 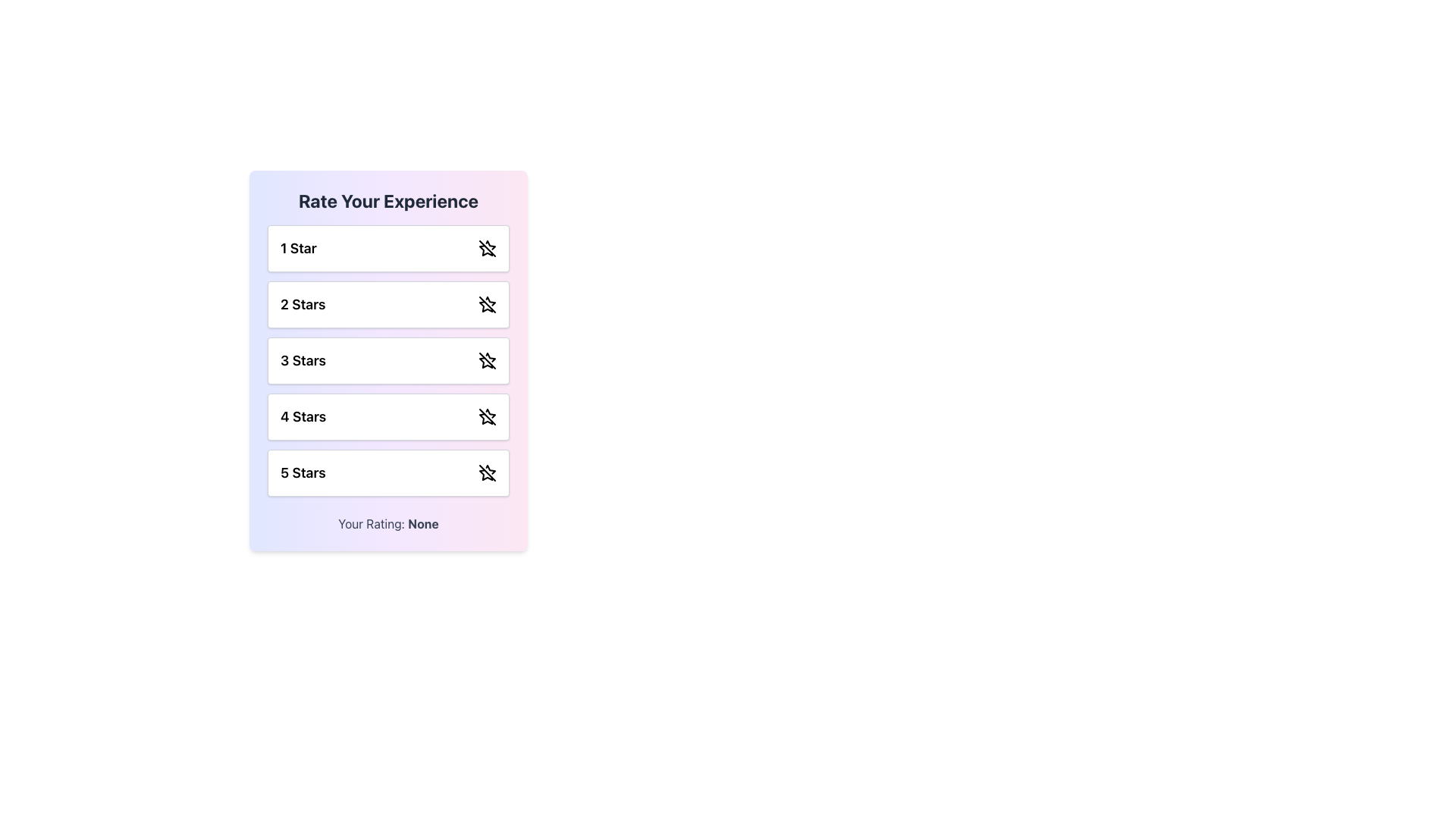 What do you see at coordinates (488, 360) in the screenshot?
I see `the star icon with a line through it, which is located to the right of the '3 Stars' text in the third row of the rating options` at bounding box center [488, 360].